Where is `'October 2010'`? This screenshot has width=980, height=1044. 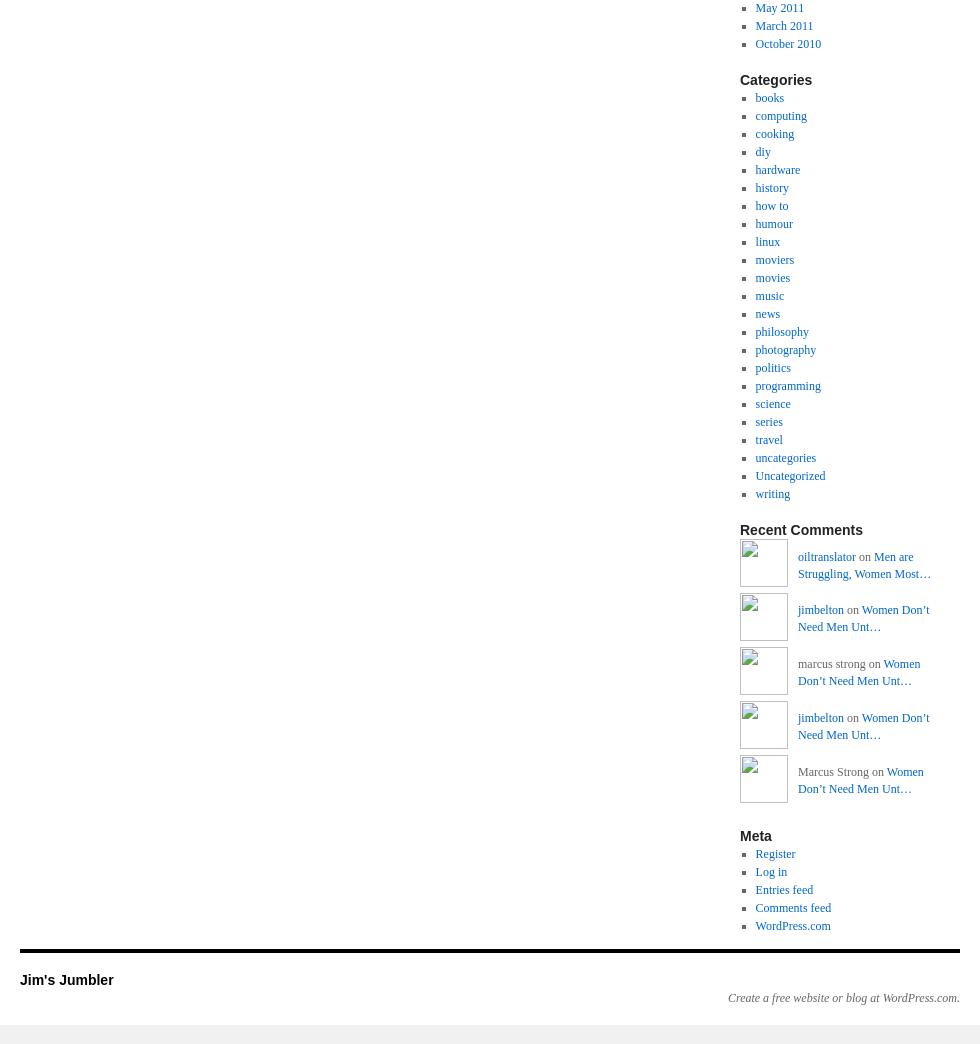
'October 2010' is located at coordinates (788, 42).